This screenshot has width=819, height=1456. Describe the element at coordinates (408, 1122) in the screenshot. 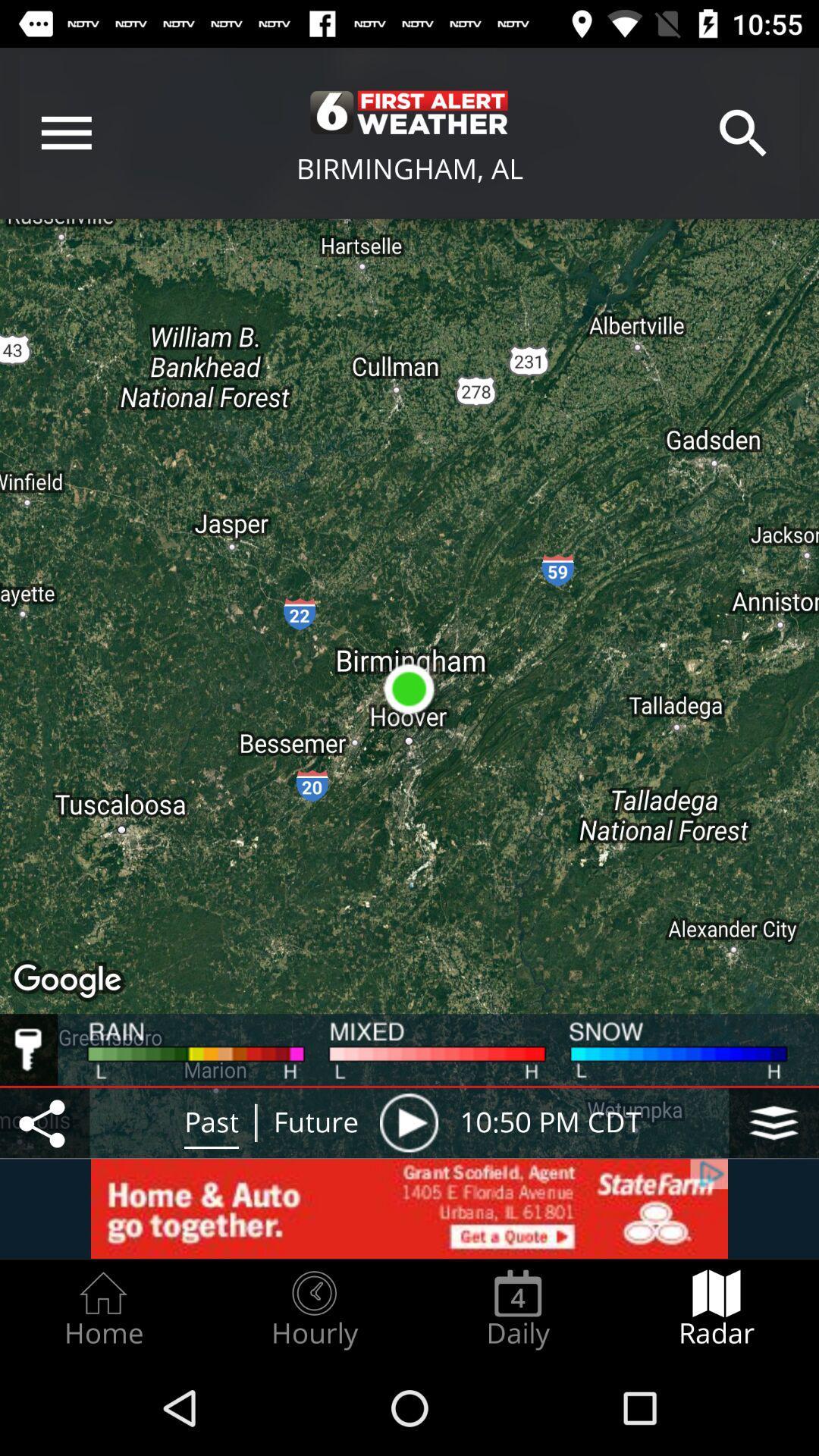

I see `the item to the left of 10 50 pm item` at that location.